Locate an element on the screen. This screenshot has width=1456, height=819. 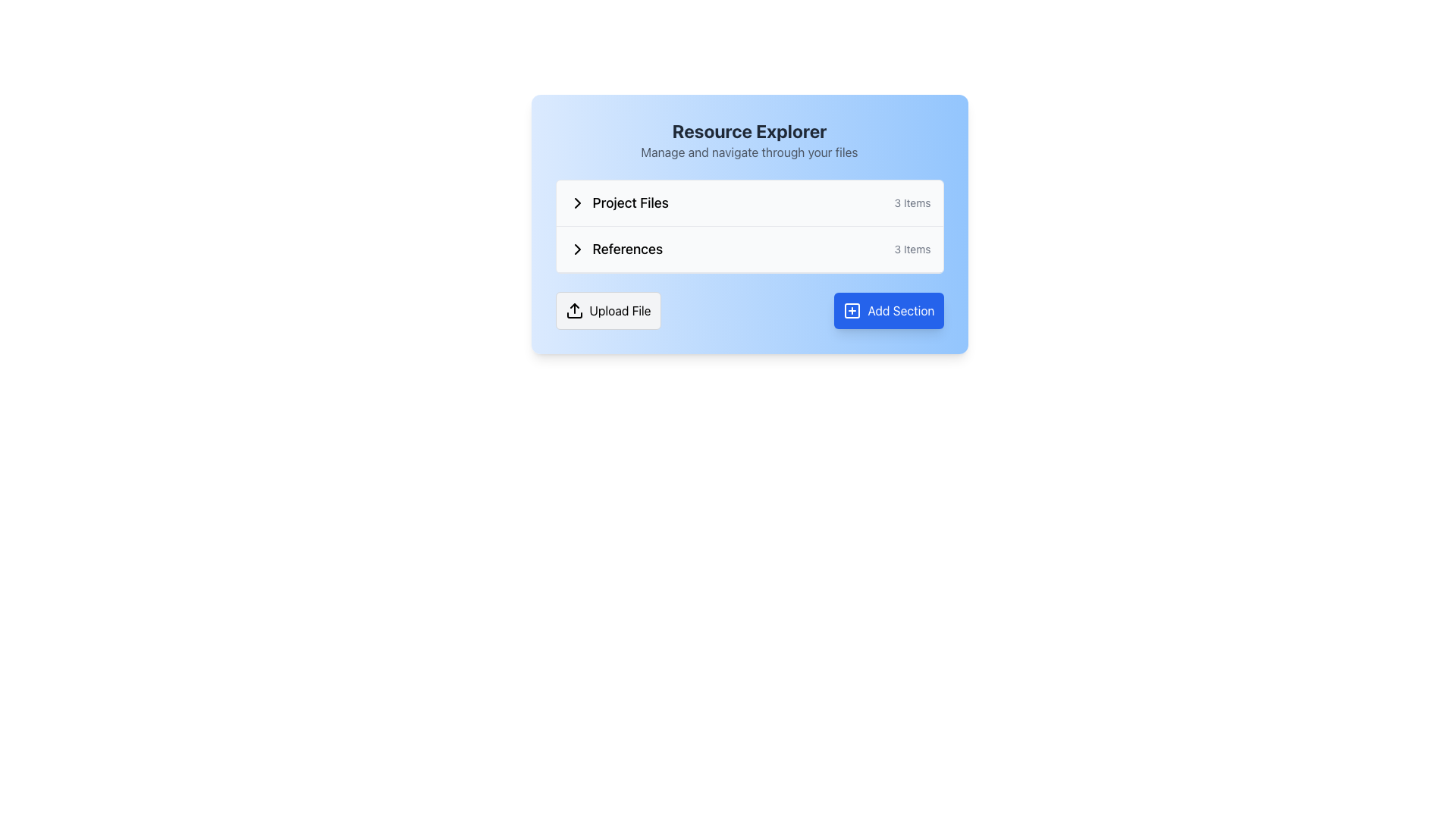
the minimalistic black outline arrow icon pointing to the right, located to the left of the 'References' text is located at coordinates (576, 248).